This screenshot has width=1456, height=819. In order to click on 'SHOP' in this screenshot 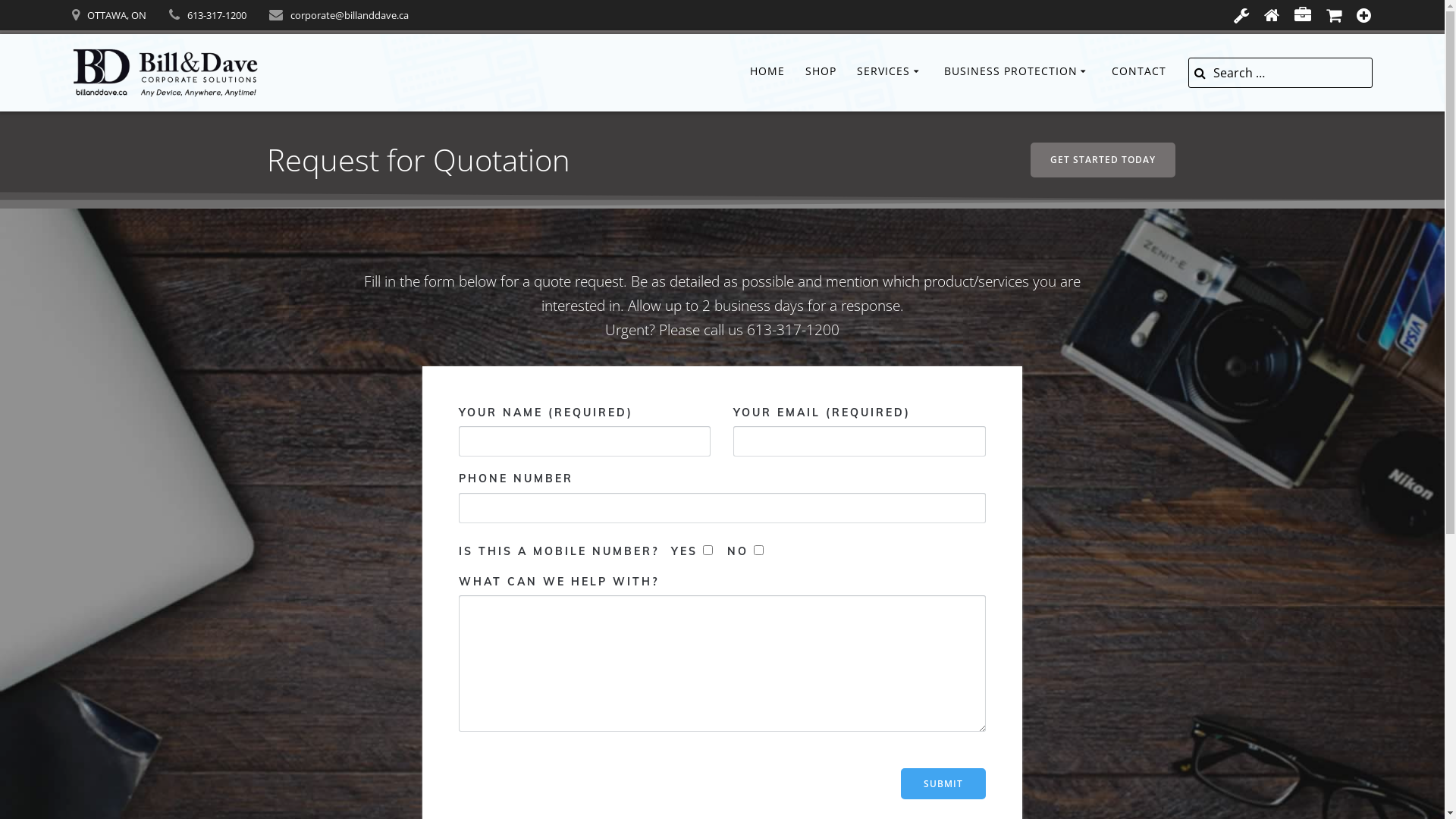, I will do `click(820, 72)`.